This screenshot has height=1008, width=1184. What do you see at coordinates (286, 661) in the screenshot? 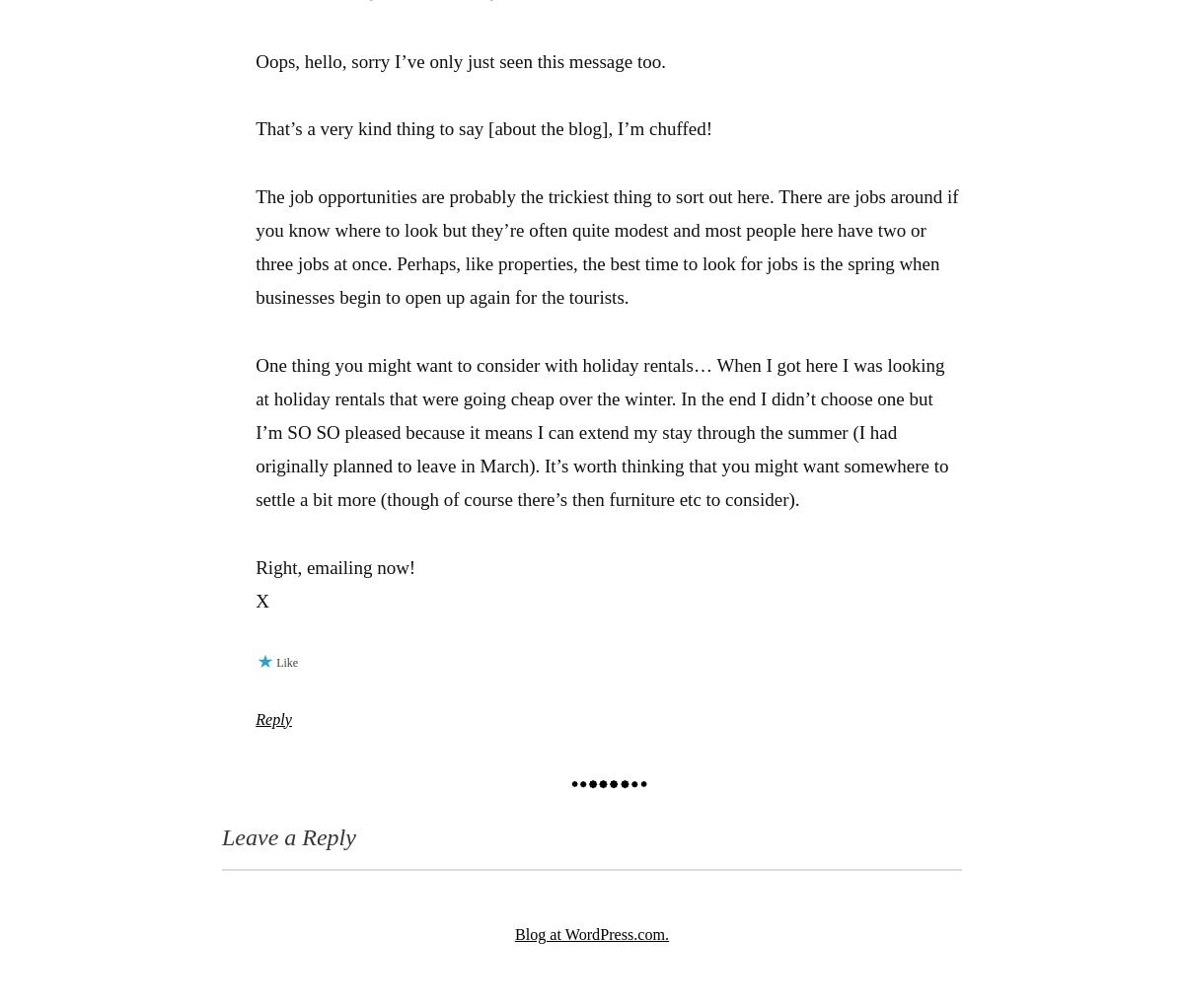
I see `'Like'` at bounding box center [286, 661].